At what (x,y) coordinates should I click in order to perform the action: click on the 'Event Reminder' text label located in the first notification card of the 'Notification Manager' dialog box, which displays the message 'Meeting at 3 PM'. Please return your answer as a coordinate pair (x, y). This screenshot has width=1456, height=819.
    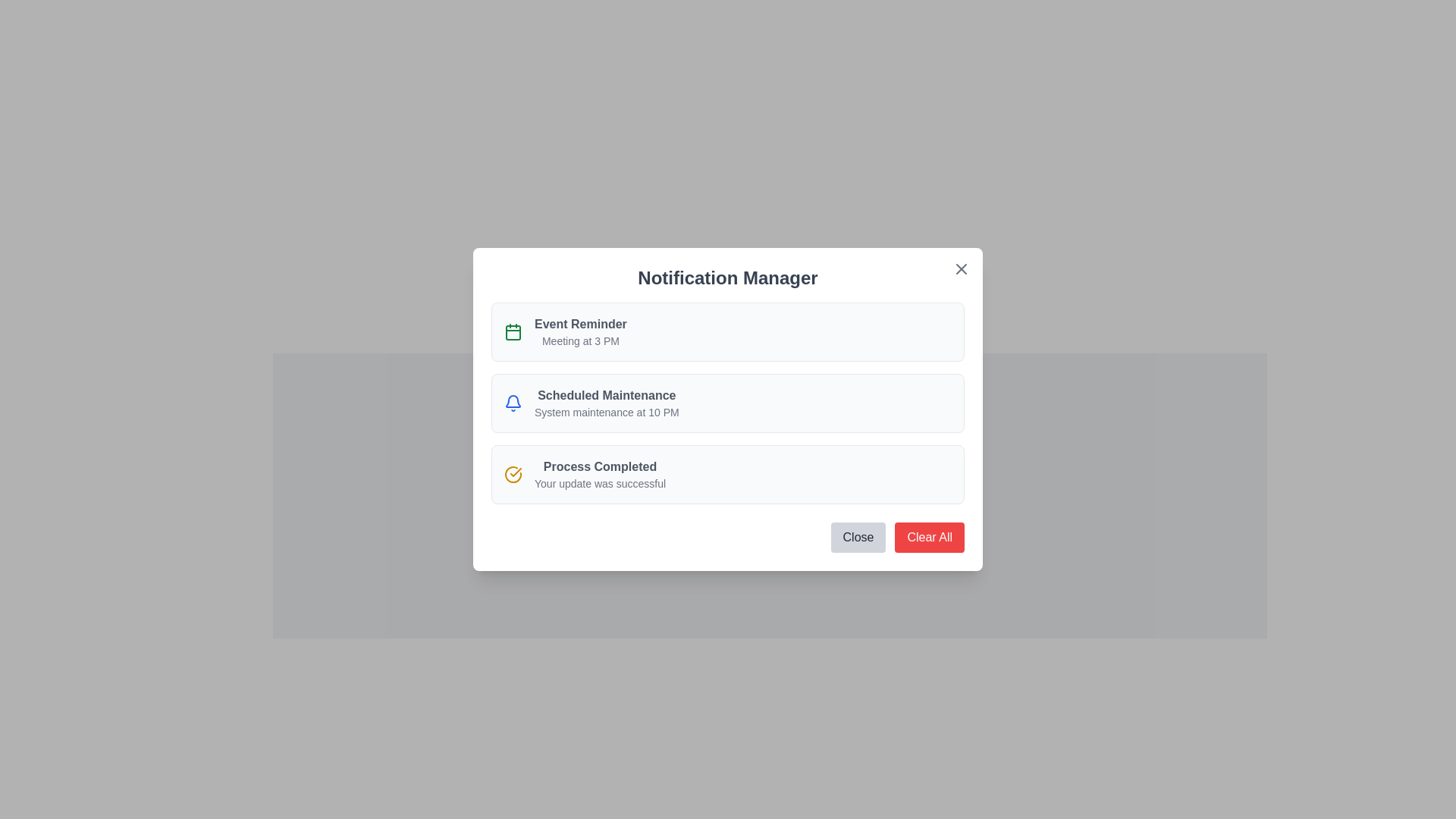
    Looking at the image, I should click on (579, 331).